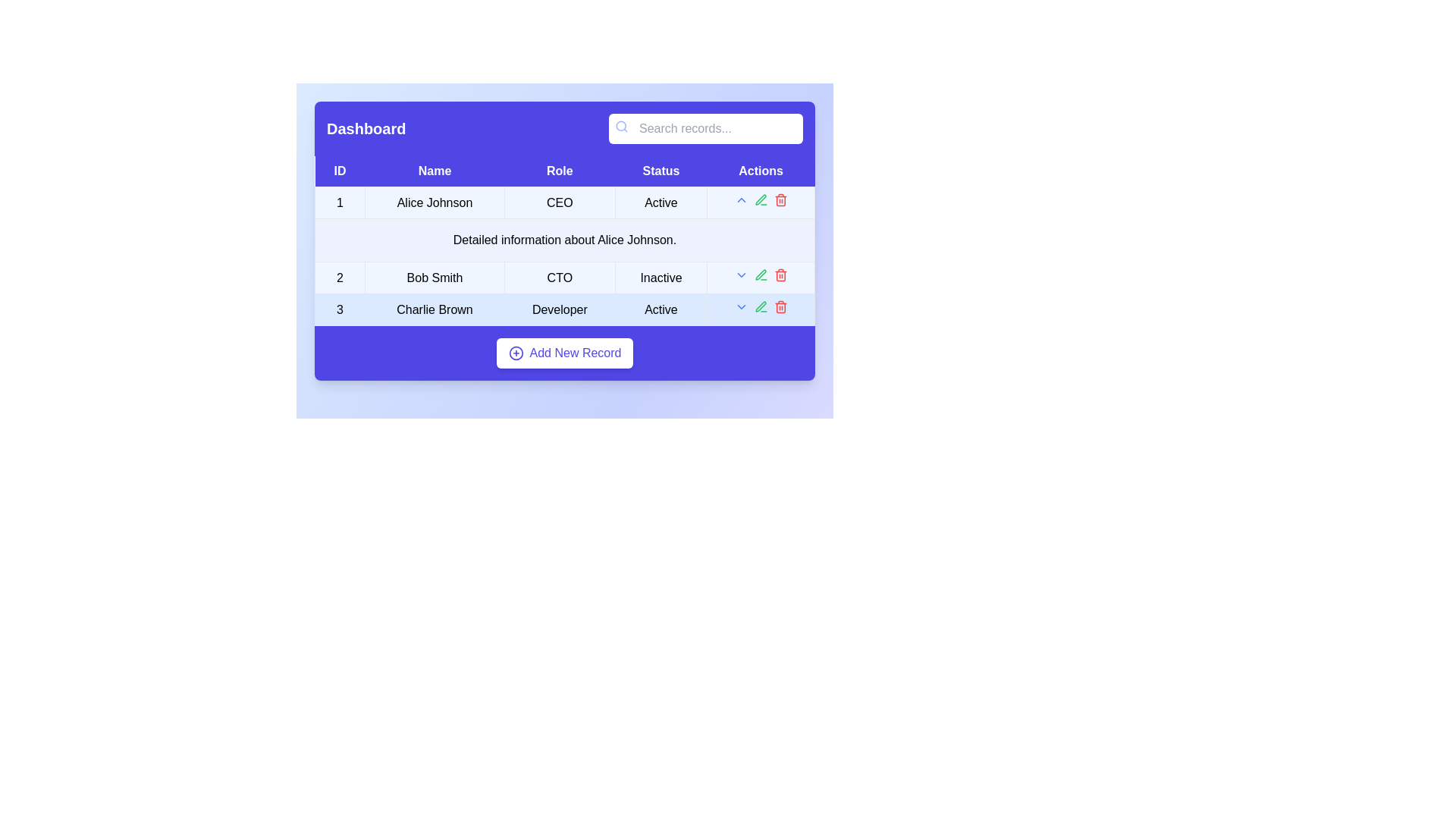 This screenshot has width=1456, height=819. What do you see at coordinates (559, 202) in the screenshot?
I see `the static text element that represents the job title in the first row of the data table, located in the third cell under the 'Role' column adjacent to 'Alice Johnson' and 'Active'` at bounding box center [559, 202].